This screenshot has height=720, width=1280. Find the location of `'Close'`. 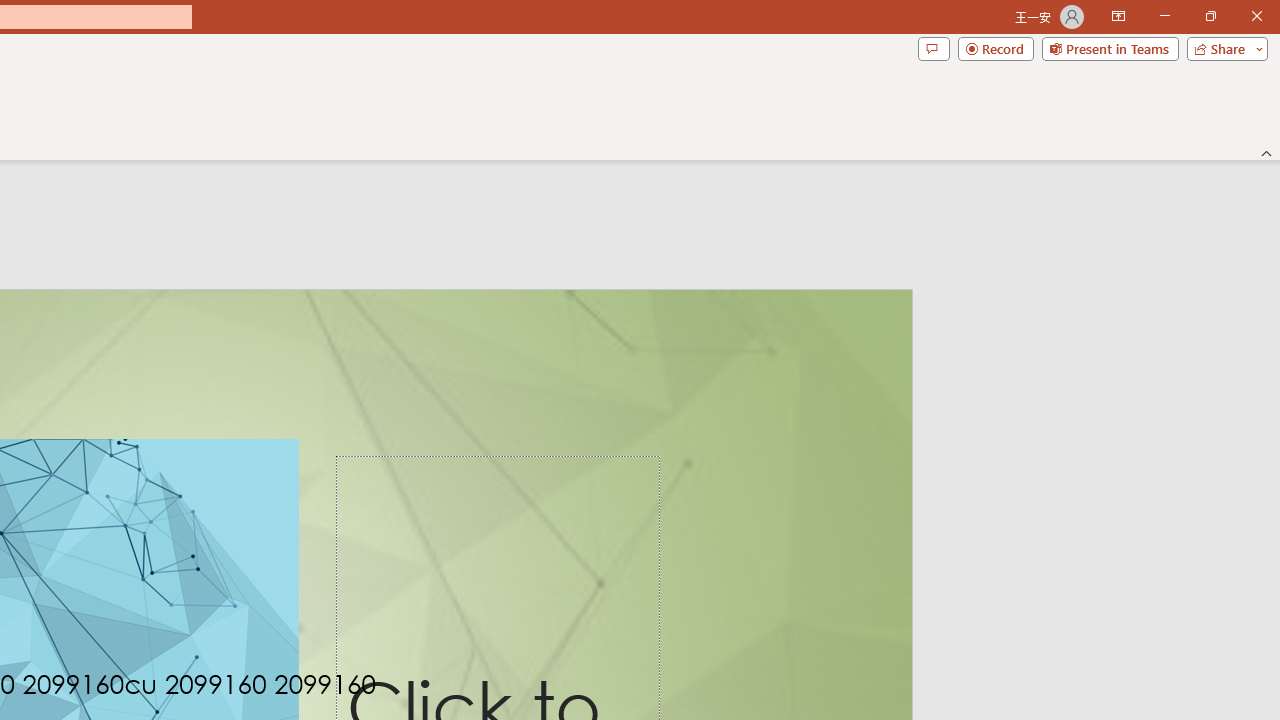

'Close' is located at coordinates (1255, 16).